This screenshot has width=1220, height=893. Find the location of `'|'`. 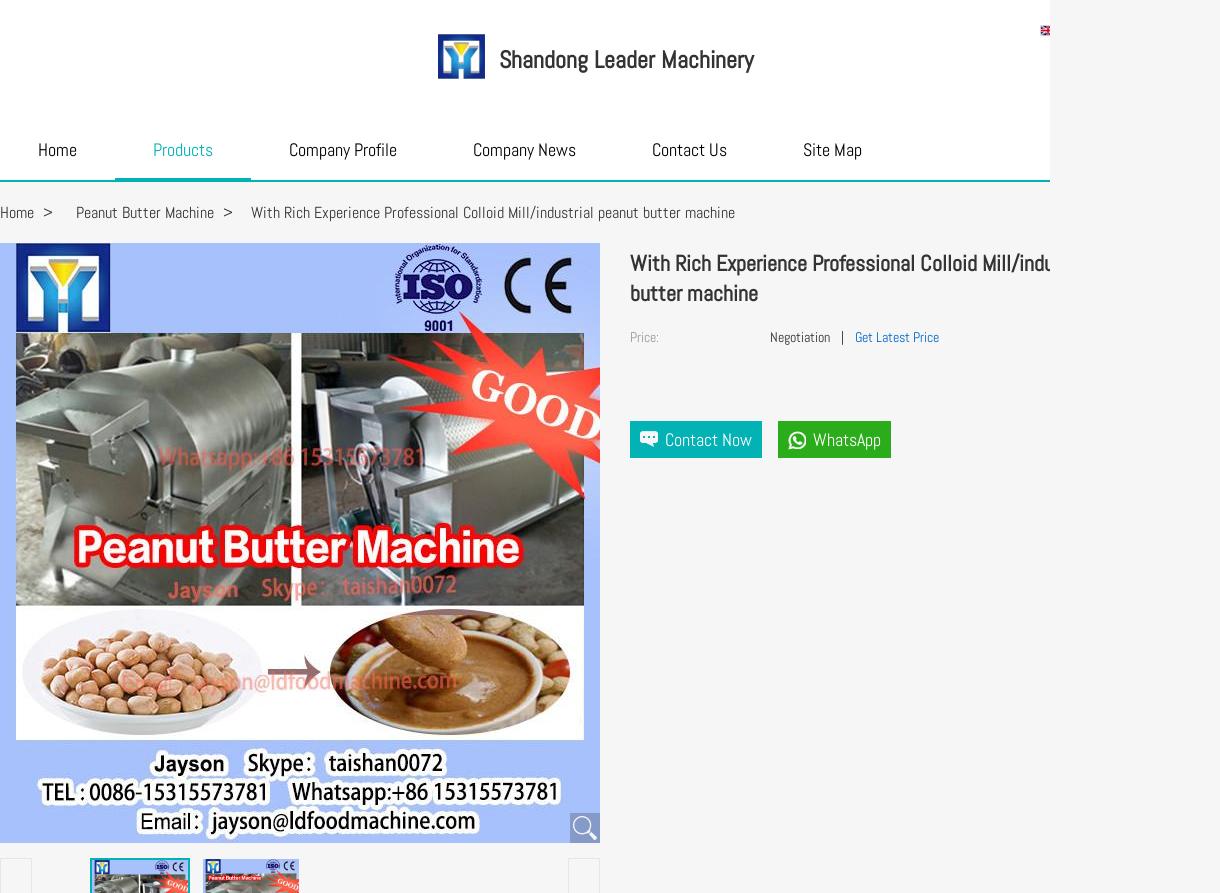

'|' is located at coordinates (840, 337).